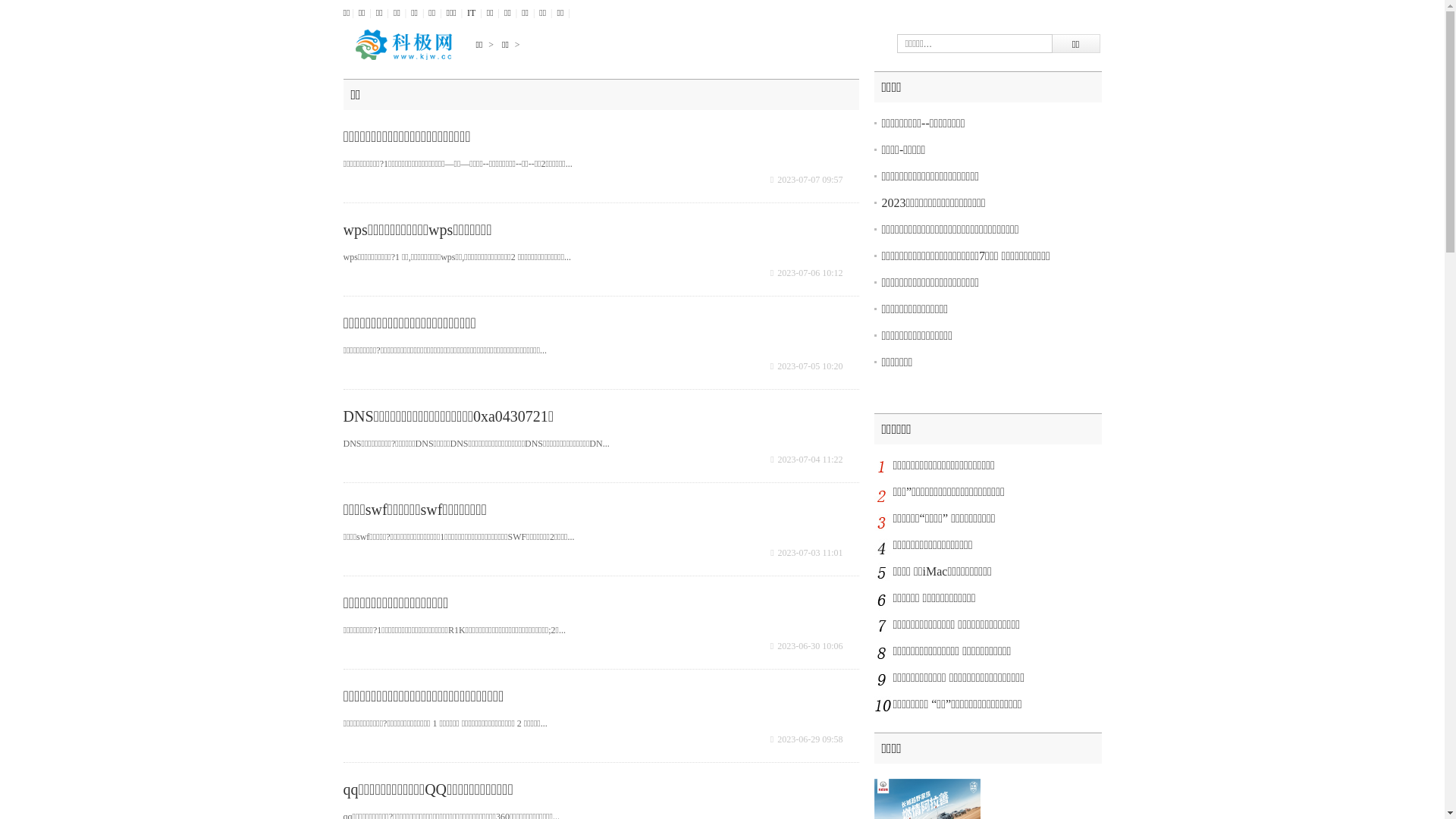 The width and height of the screenshot is (1456, 819). I want to click on 'IT', so click(470, 12).